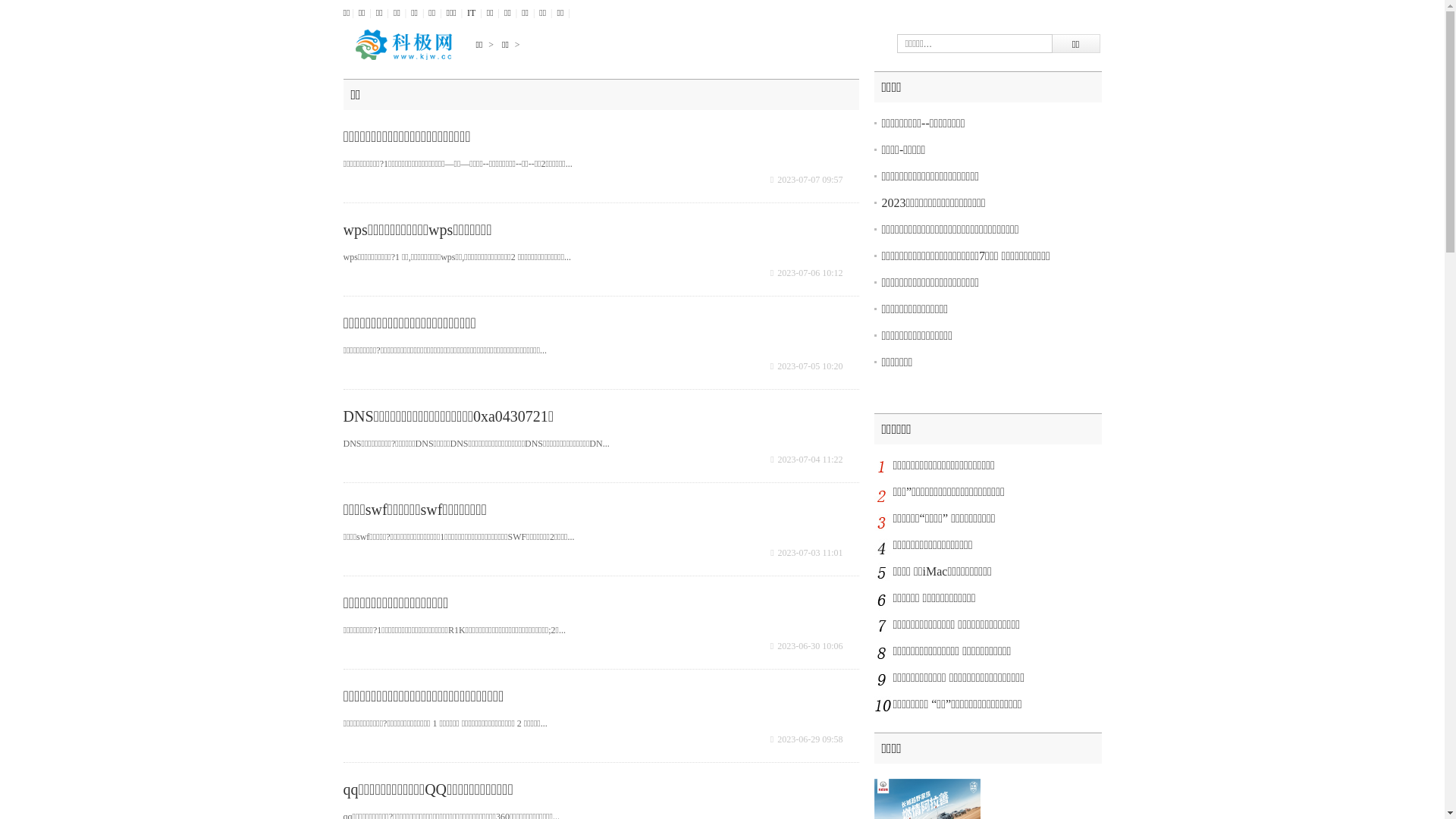 The width and height of the screenshot is (1456, 819). I want to click on 'IT', so click(470, 12).